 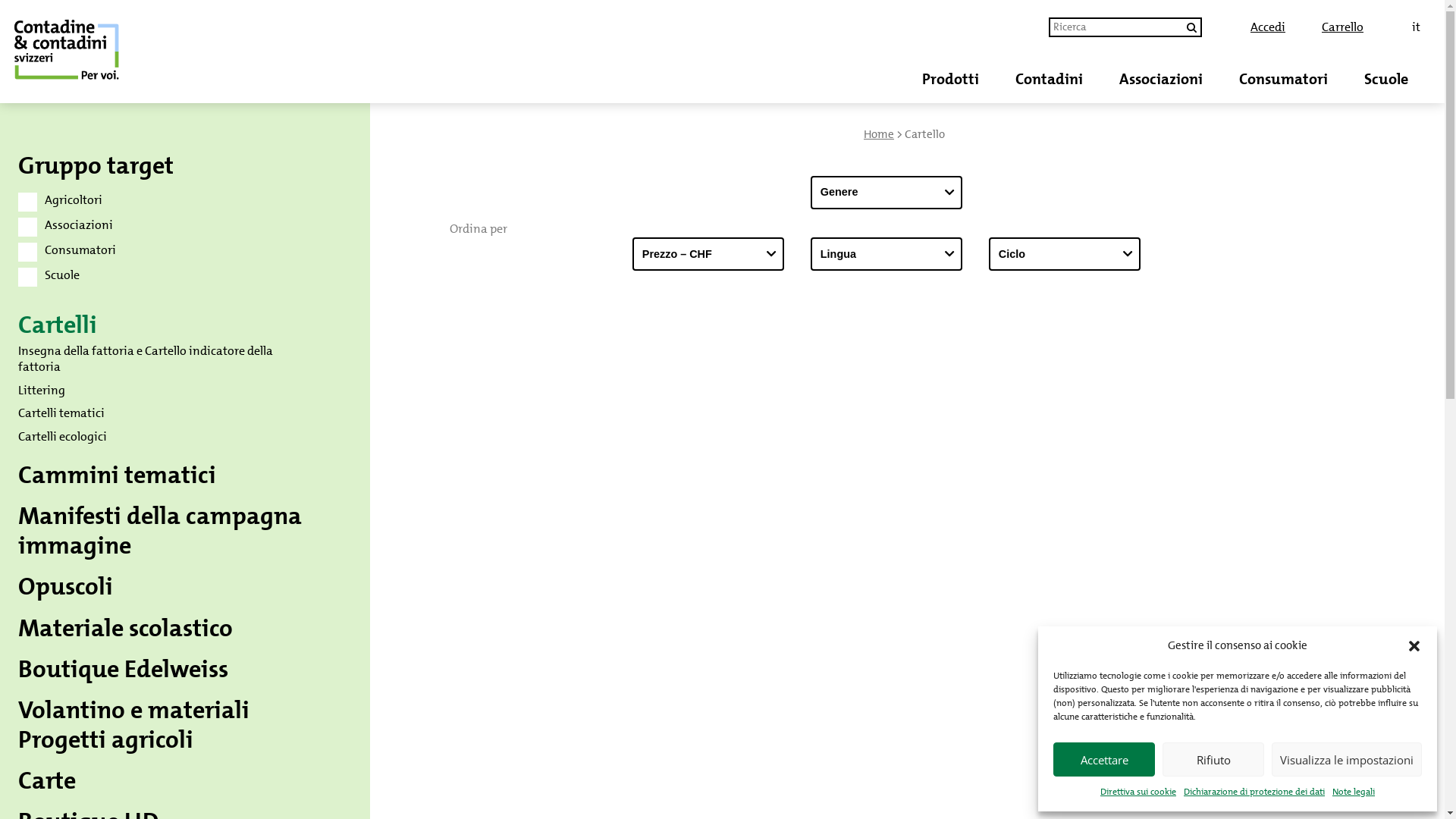 What do you see at coordinates (886, 253) in the screenshot?
I see `'Lingua'` at bounding box center [886, 253].